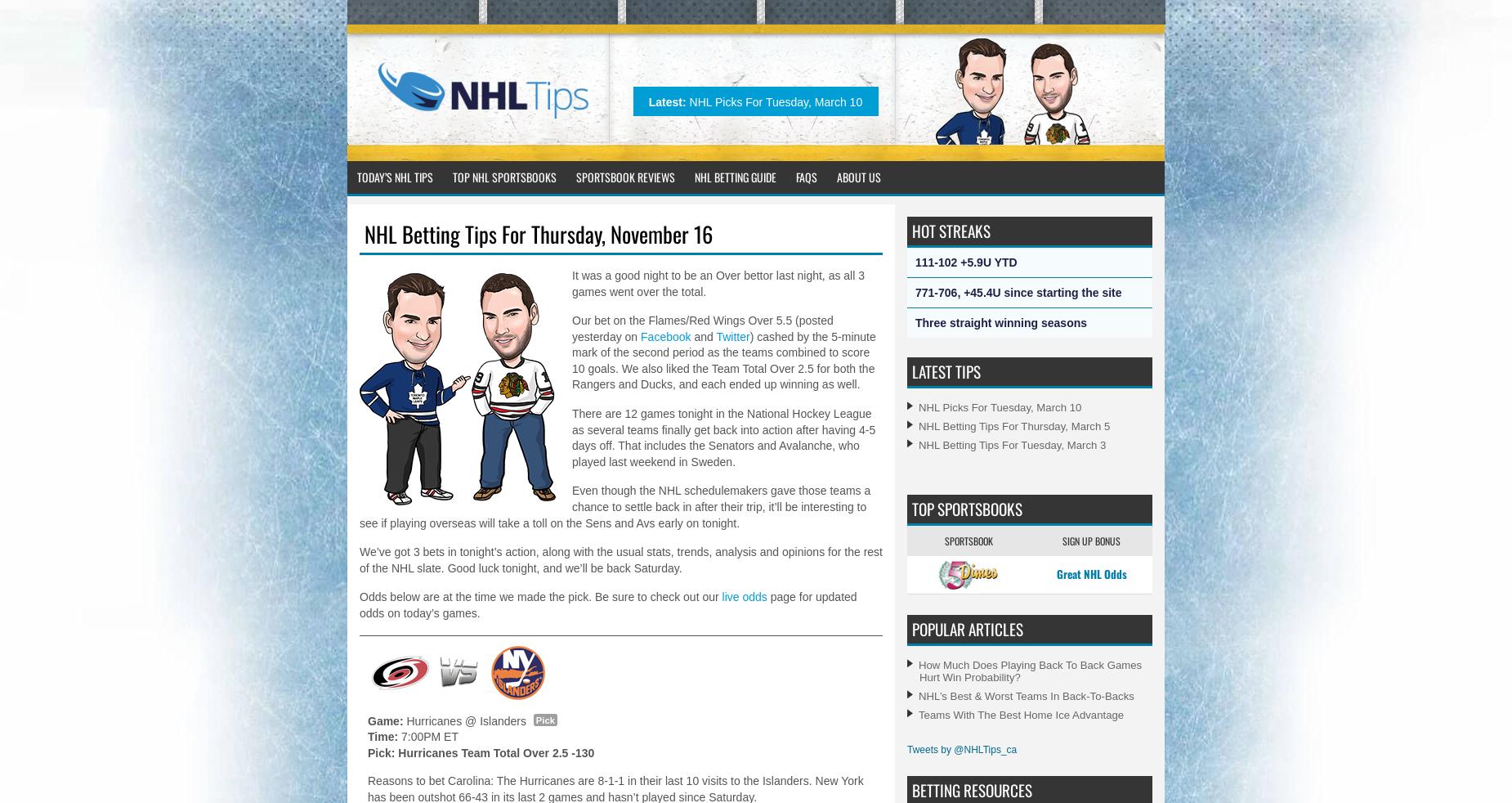 The image size is (1512, 803). Describe the element at coordinates (691, 335) in the screenshot. I see `'and'` at that location.